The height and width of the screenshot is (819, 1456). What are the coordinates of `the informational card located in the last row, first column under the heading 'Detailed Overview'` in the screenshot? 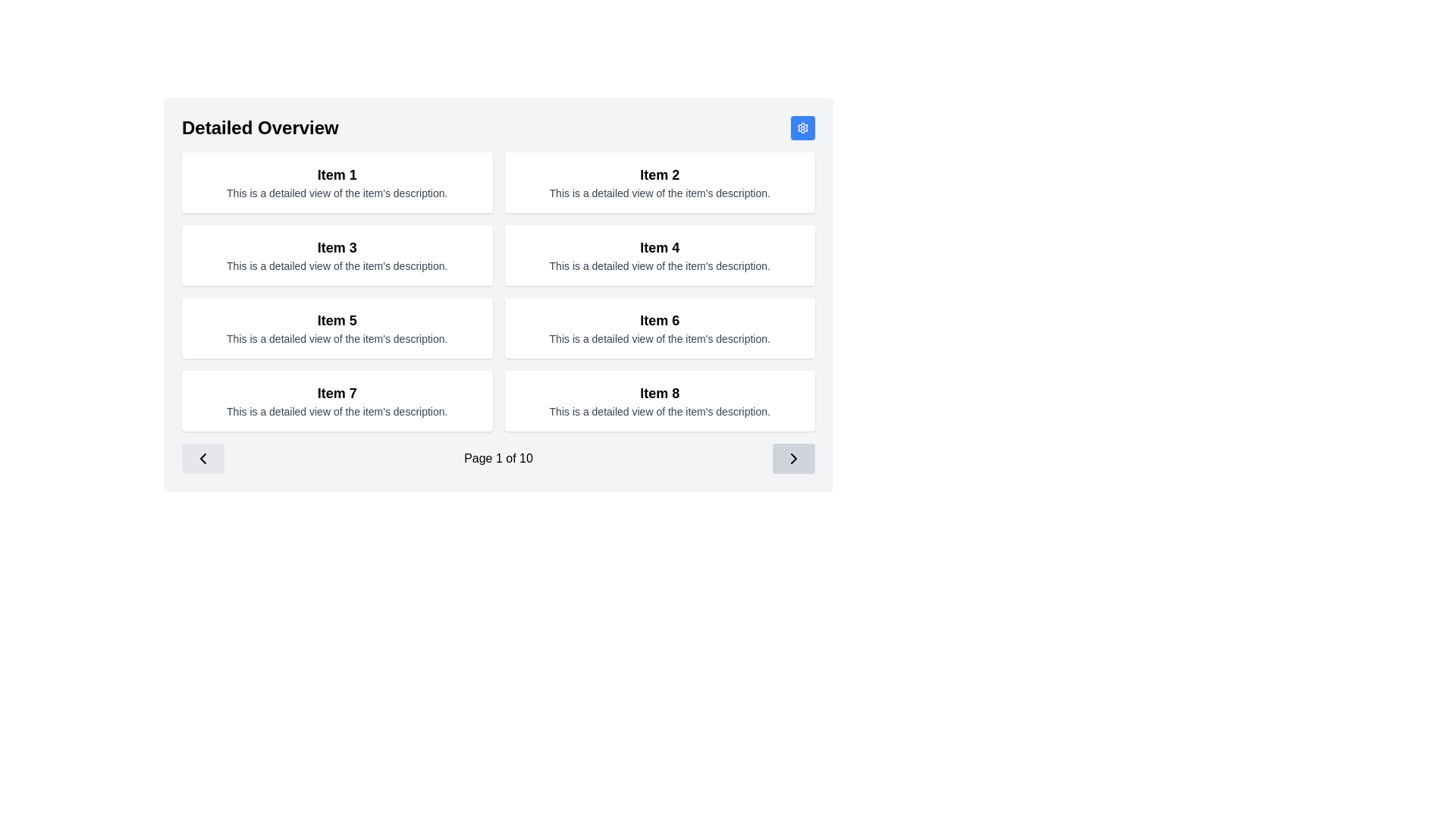 It's located at (336, 400).